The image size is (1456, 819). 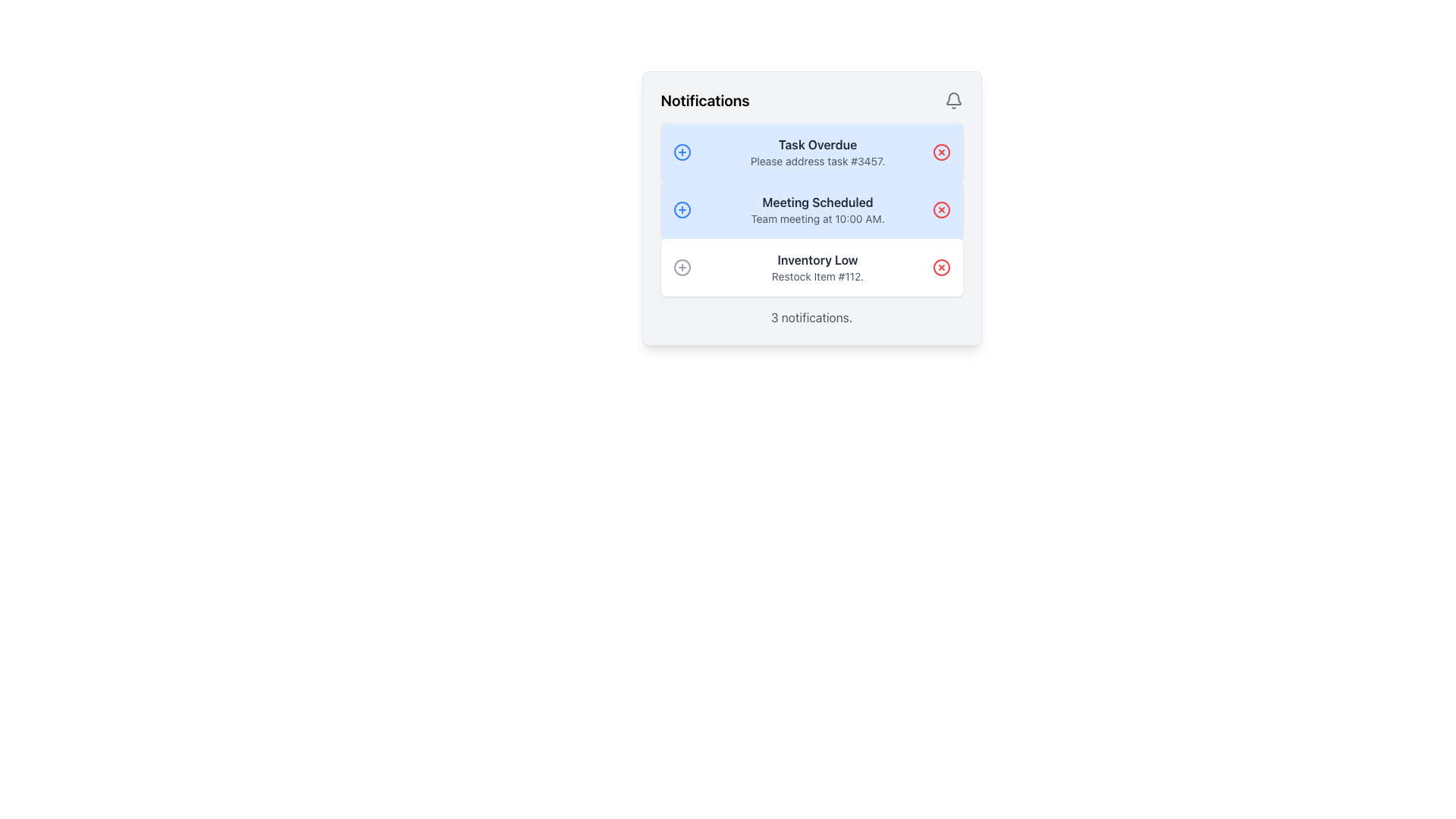 What do you see at coordinates (681, 267) in the screenshot?
I see `the circular '+' icon button located in the 'Inventory Low' notification` at bounding box center [681, 267].